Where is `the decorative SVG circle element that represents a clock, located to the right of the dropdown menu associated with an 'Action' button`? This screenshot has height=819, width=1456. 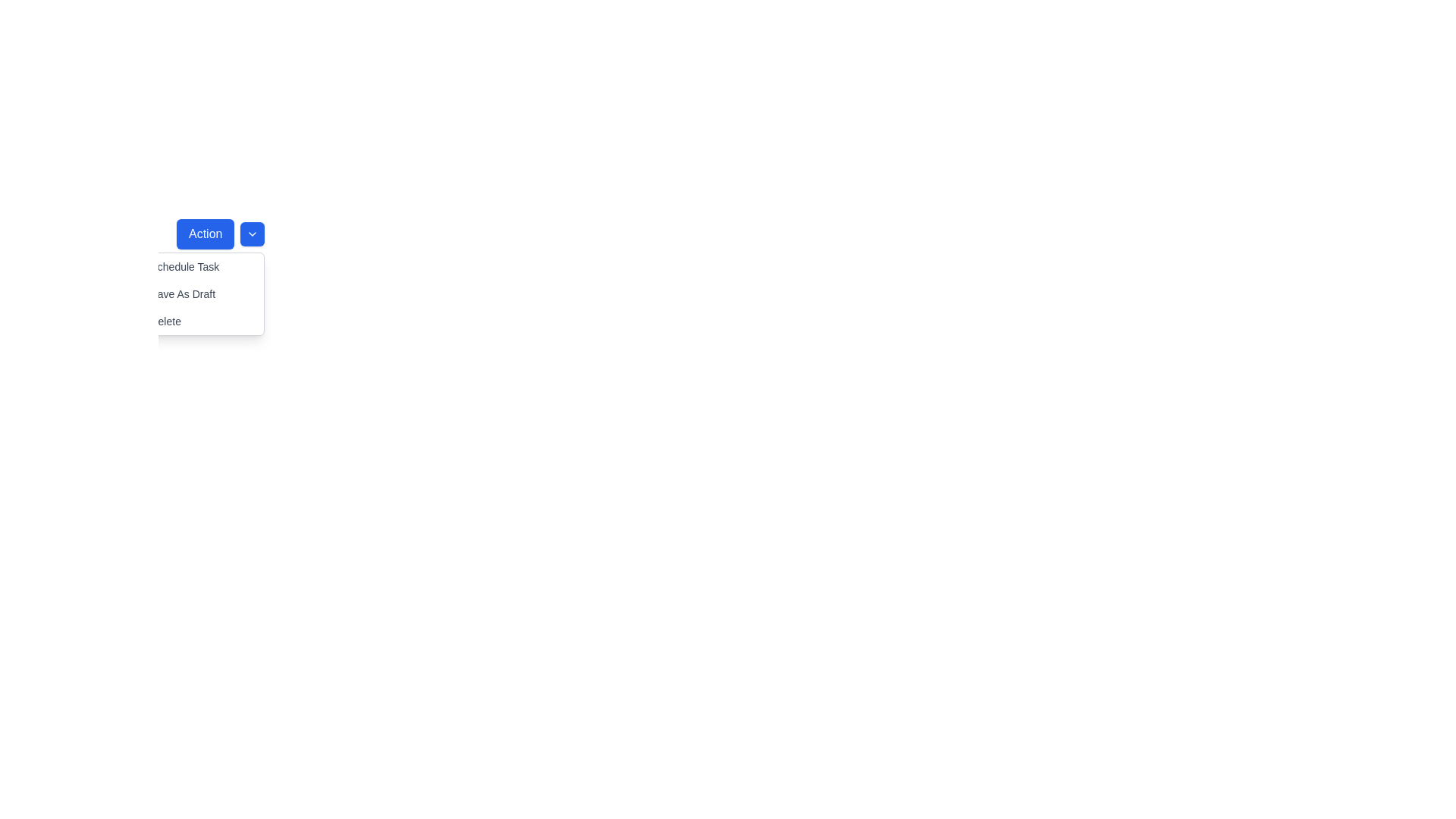
the decorative SVG circle element that represents a clock, located to the right of the dropdown menu associated with an 'Action' button is located at coordinates (138, 265).